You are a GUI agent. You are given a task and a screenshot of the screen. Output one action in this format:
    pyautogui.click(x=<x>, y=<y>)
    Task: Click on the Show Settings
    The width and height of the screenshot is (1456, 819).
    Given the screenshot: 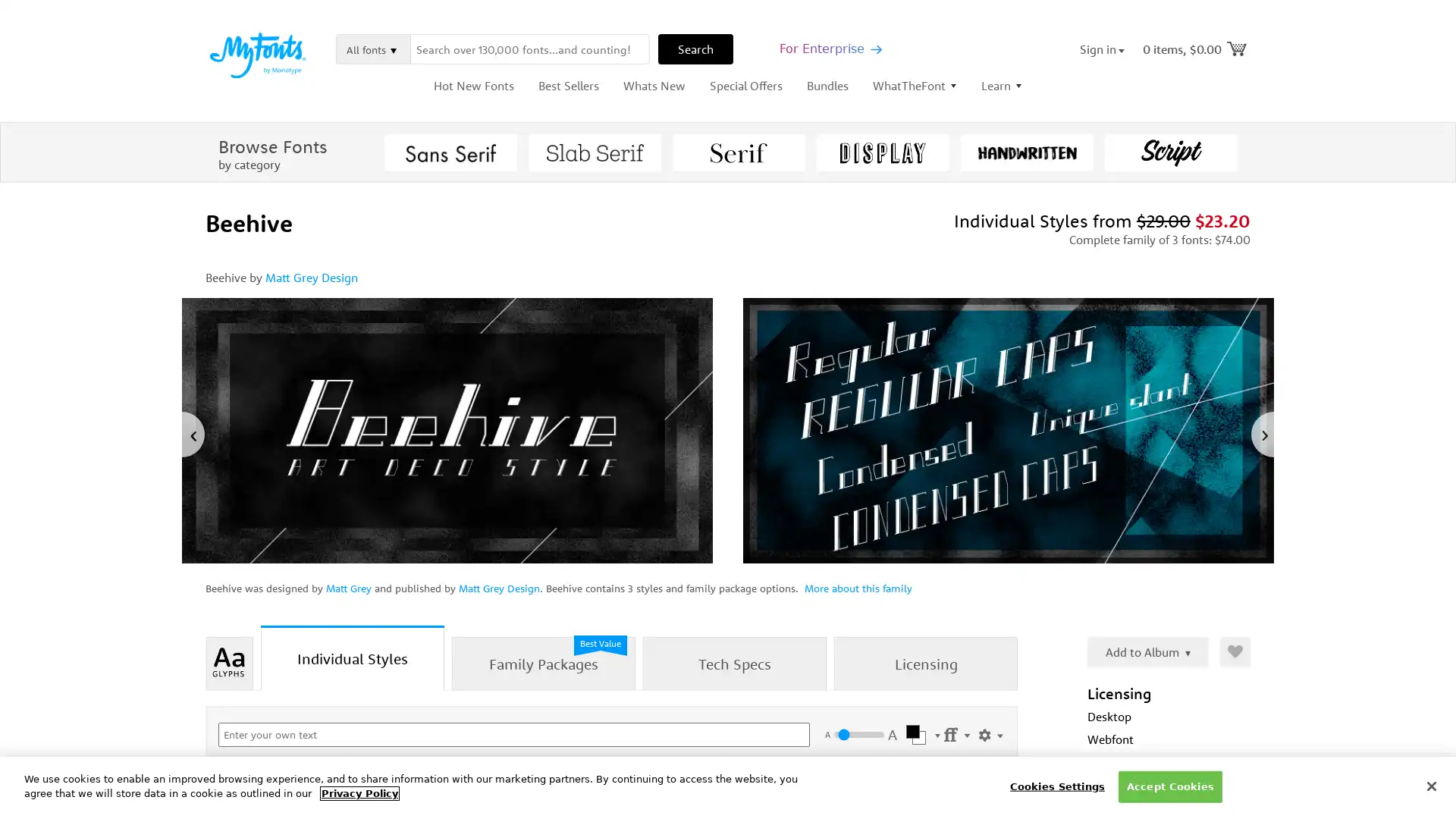 What is the action you would take?
    pyautogui.click(x=990, y=733)
    